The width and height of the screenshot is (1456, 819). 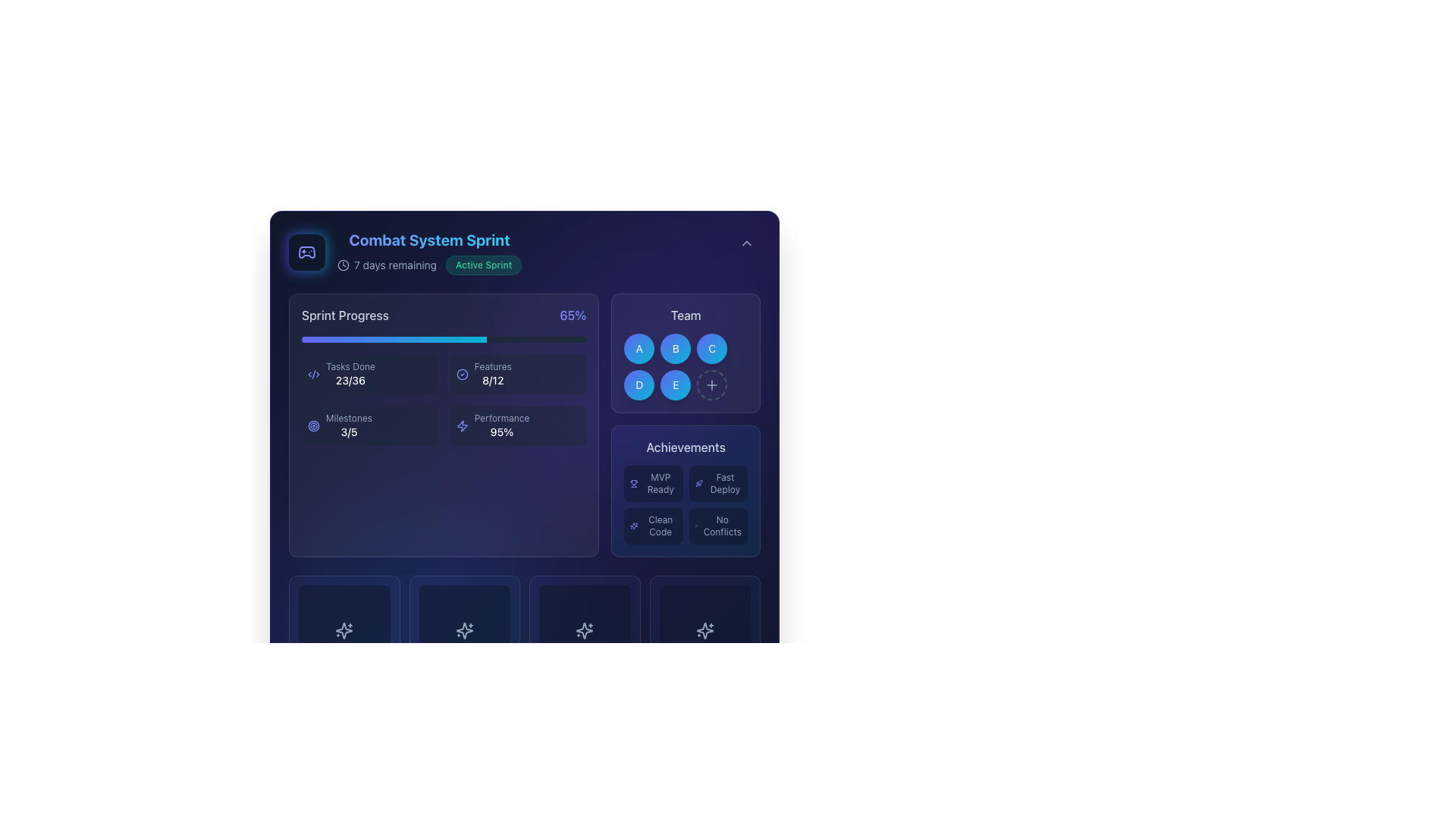 I want to click on the static text element that displays the remaining time for the current sprint, located just below the 'Combat System Sprint' header, so click(x=387, y=265).